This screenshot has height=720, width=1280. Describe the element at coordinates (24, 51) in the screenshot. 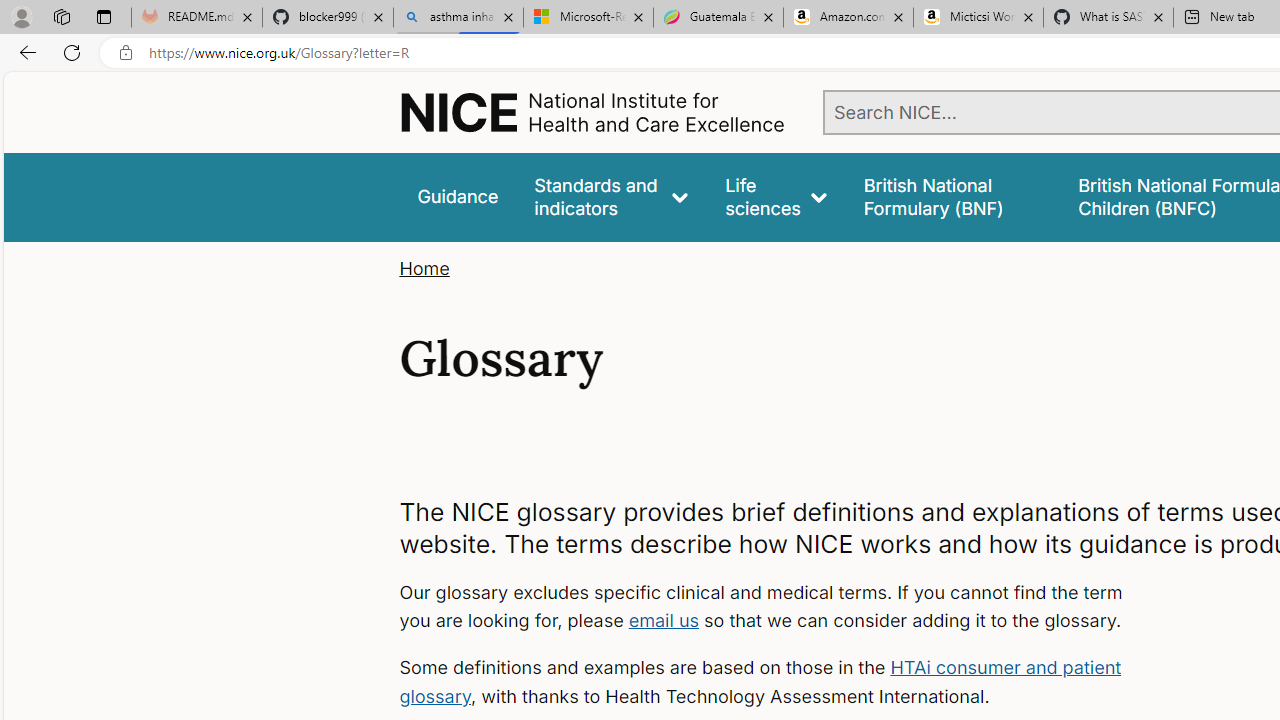

I see `'Back'` at that location.